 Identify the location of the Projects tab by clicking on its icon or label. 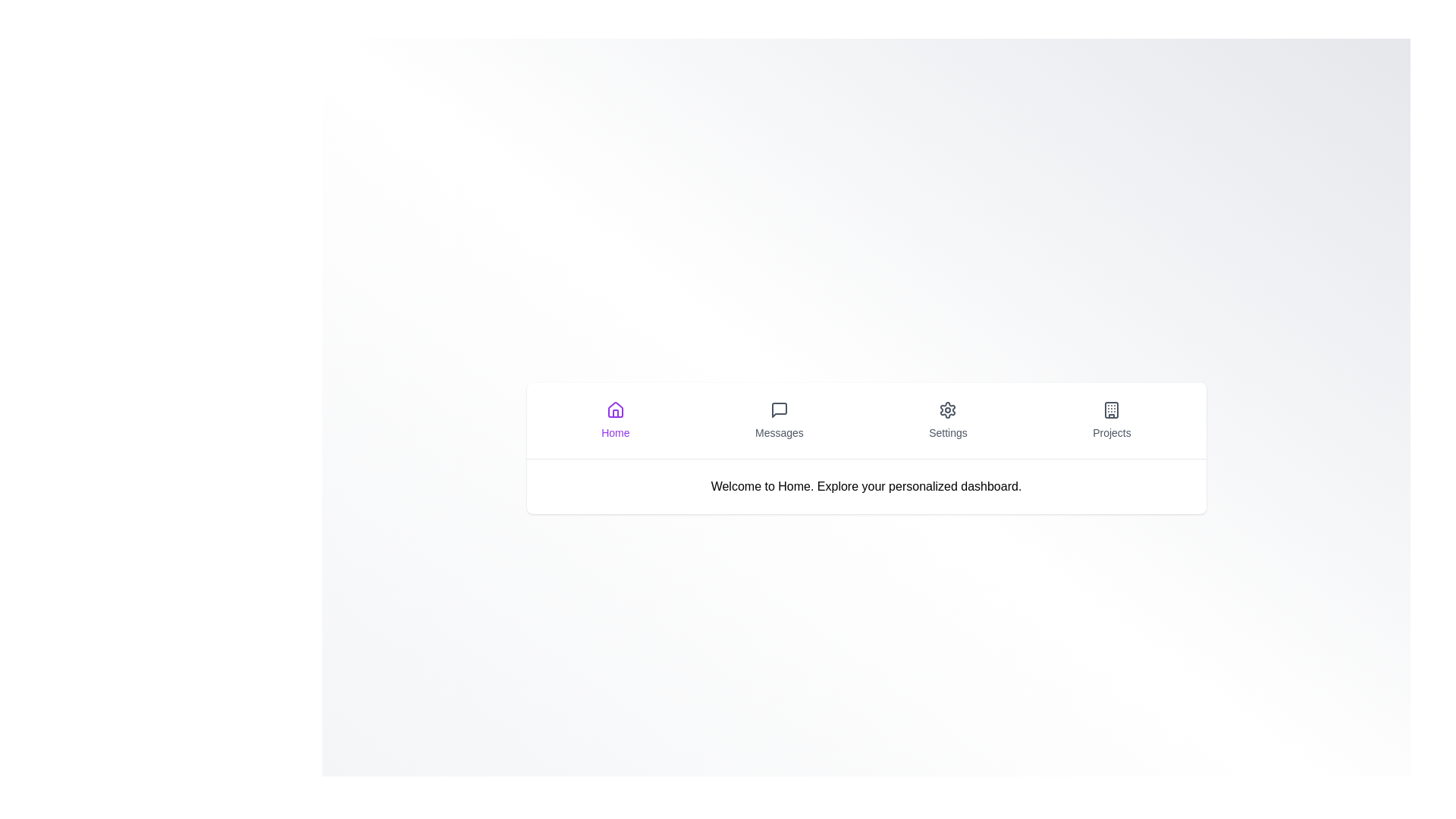
(1112, 420).